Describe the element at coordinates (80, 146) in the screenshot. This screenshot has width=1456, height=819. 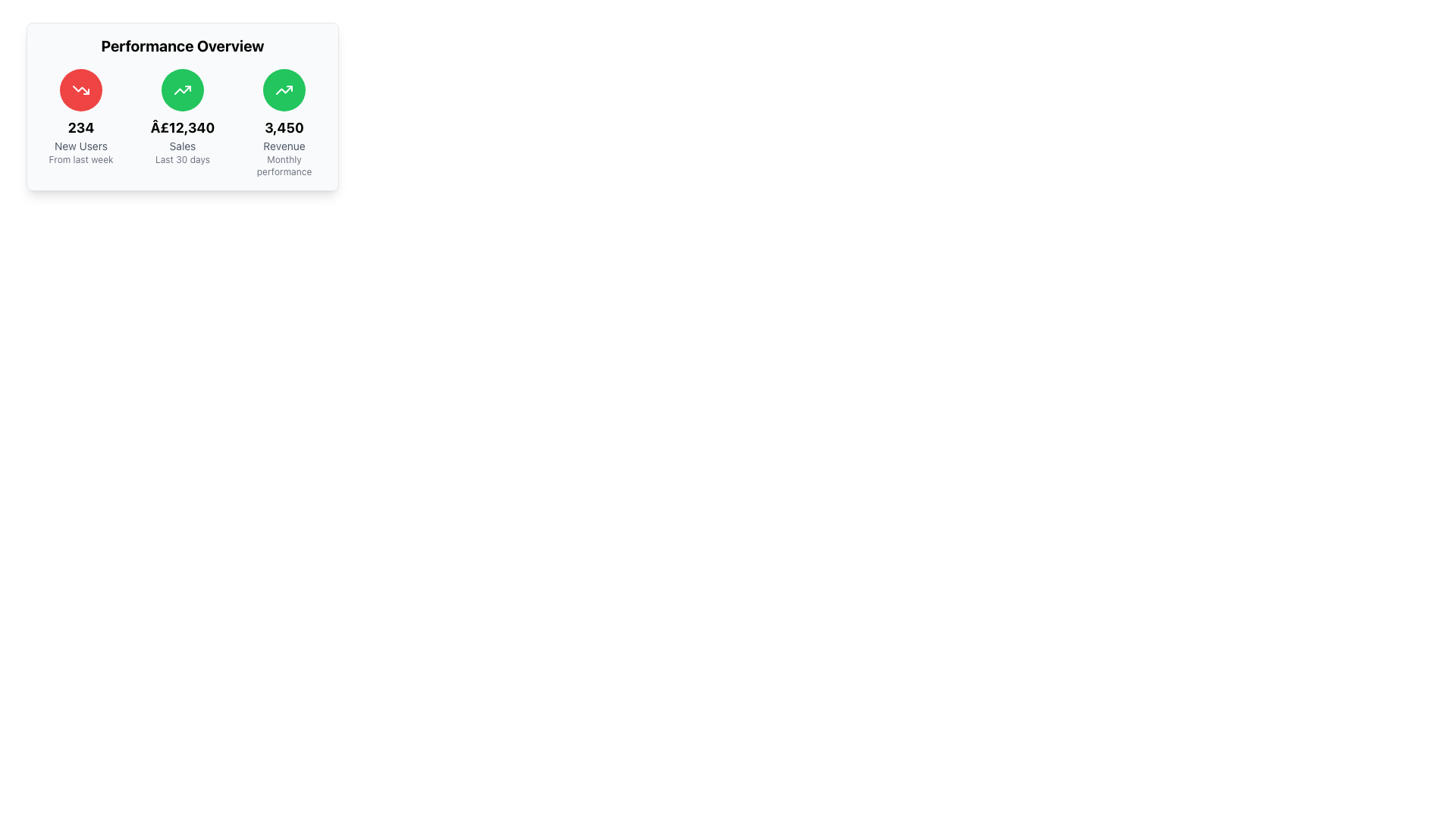
I see `the second text label that provides contextual information for the numeric value '234', positioned directly below it and above the smaller gray text 'From last week'` at that location.